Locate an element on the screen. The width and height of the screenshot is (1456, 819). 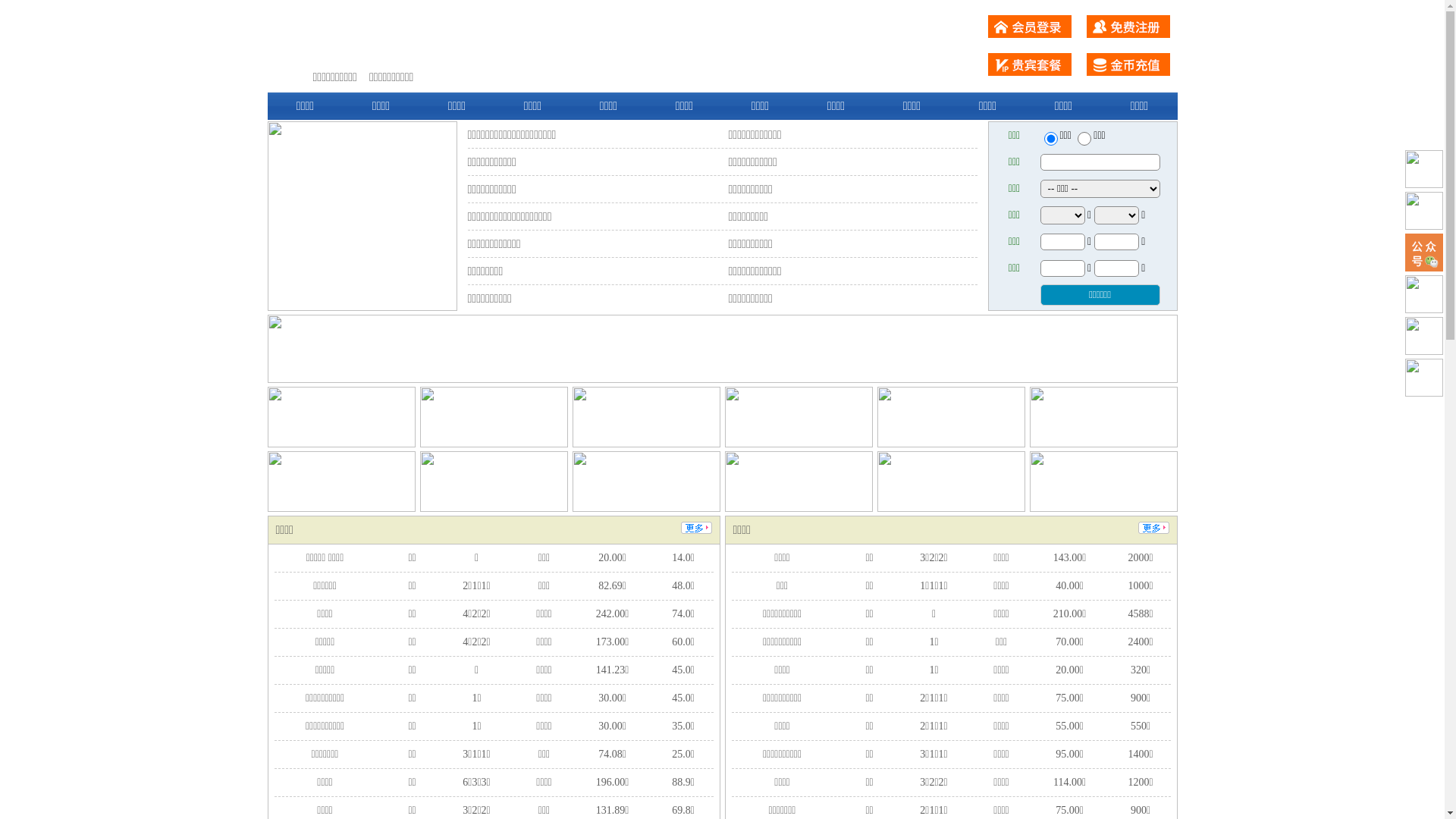
'chuzu' is located at coordinates (1084, 138).